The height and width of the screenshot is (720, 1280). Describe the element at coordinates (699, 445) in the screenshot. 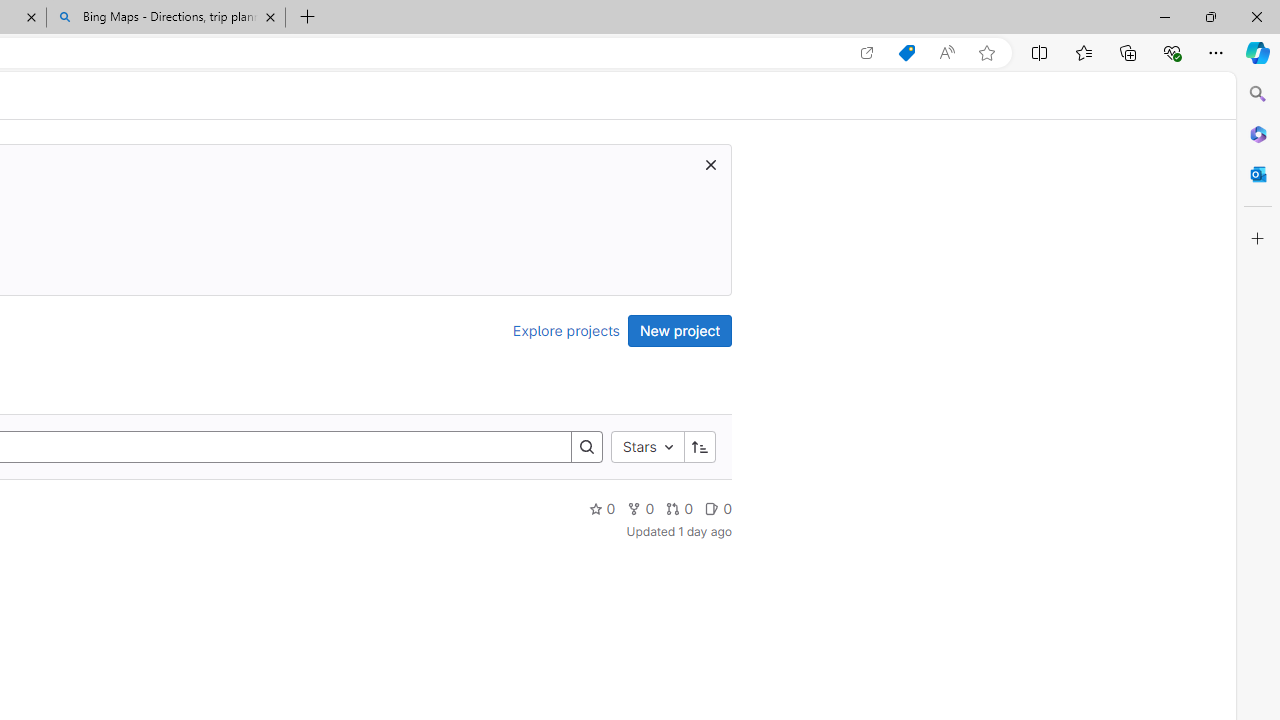

I see `'Sort direction: Ascending'` at that location.